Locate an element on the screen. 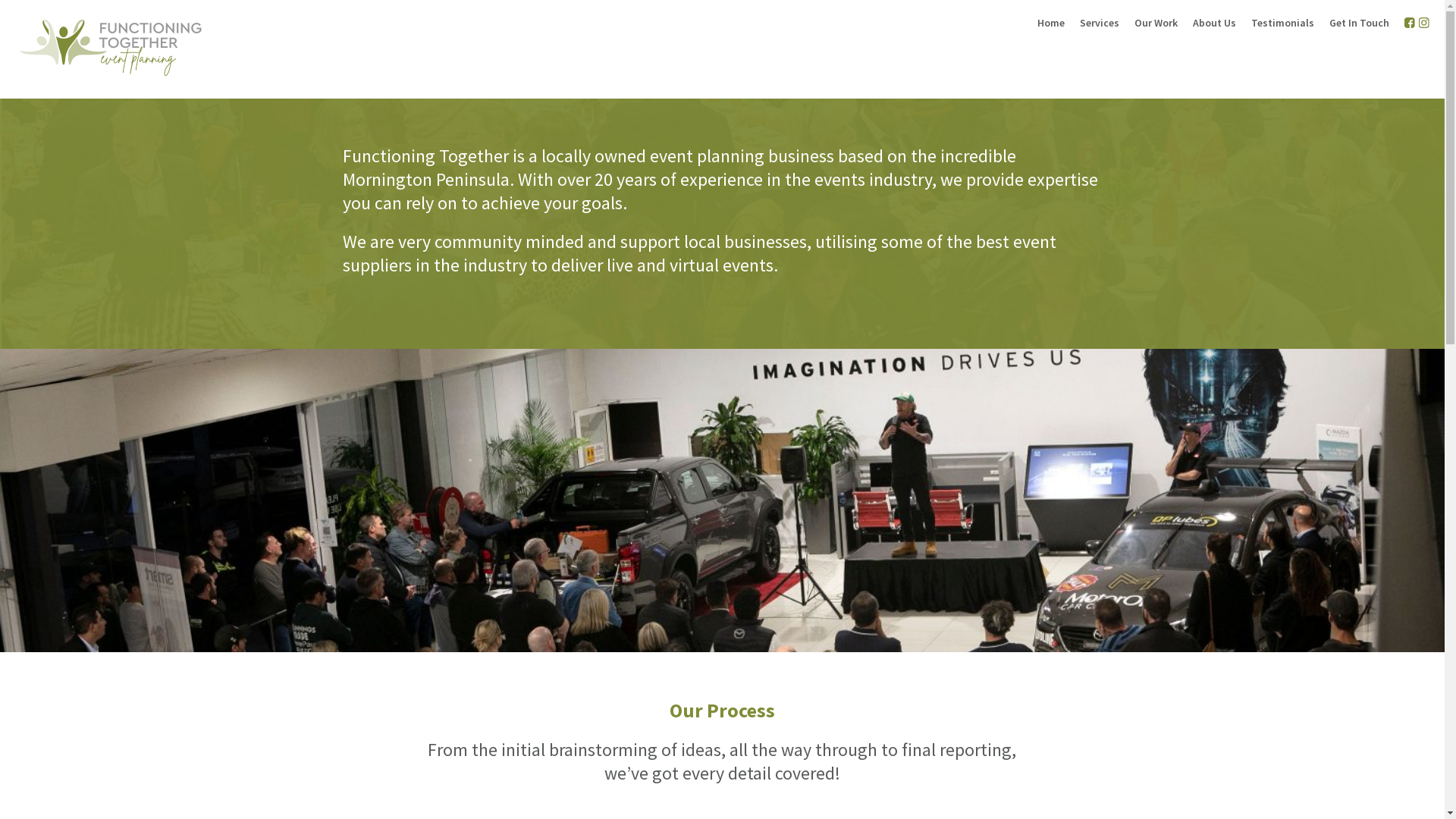 The image size is (1456, 819). 'Get In Touch' is located at coordinates (1359, 23).